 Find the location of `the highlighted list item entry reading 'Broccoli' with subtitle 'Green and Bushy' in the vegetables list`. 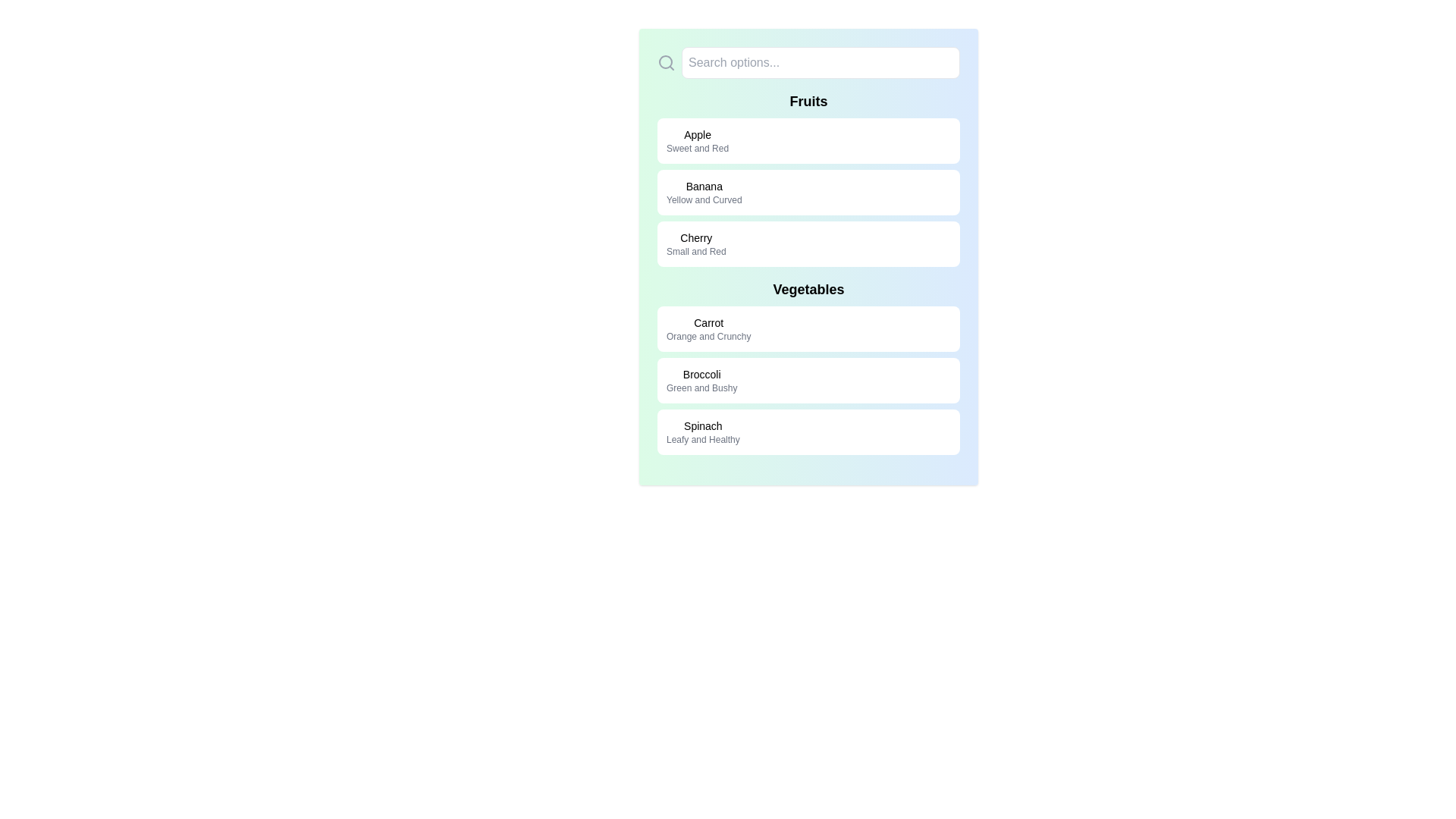

the highlighted list item entry reading 'Broccoli' with subtitle 'Green and Bushy' in the vegetables list is located at coordinates (808, 379).